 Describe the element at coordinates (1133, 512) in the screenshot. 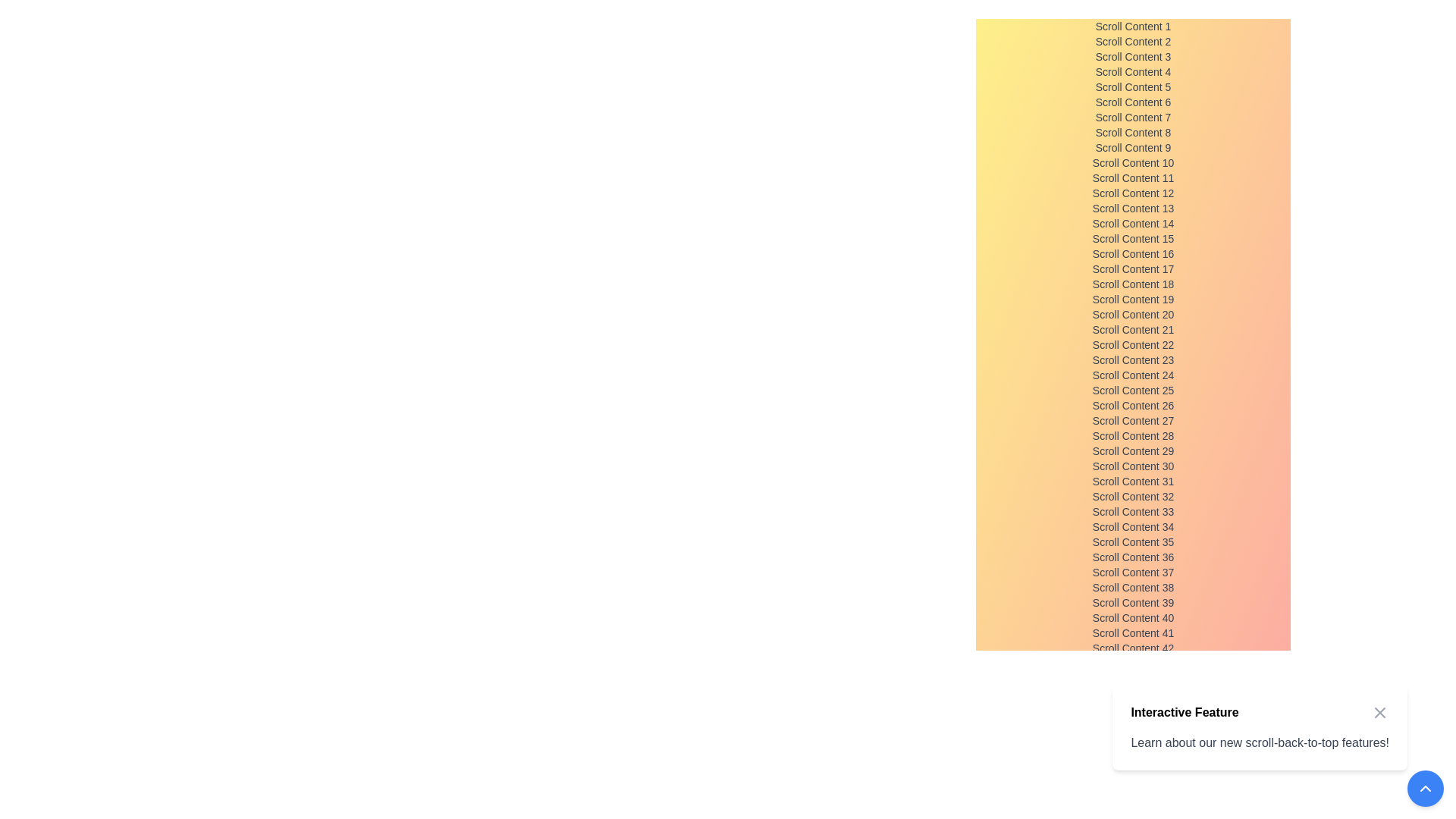

I see `the static text element displaying 'Scroll Content 33', which is styled in gray and located in the thirty-third position of the vertically scrolling list` at that location.